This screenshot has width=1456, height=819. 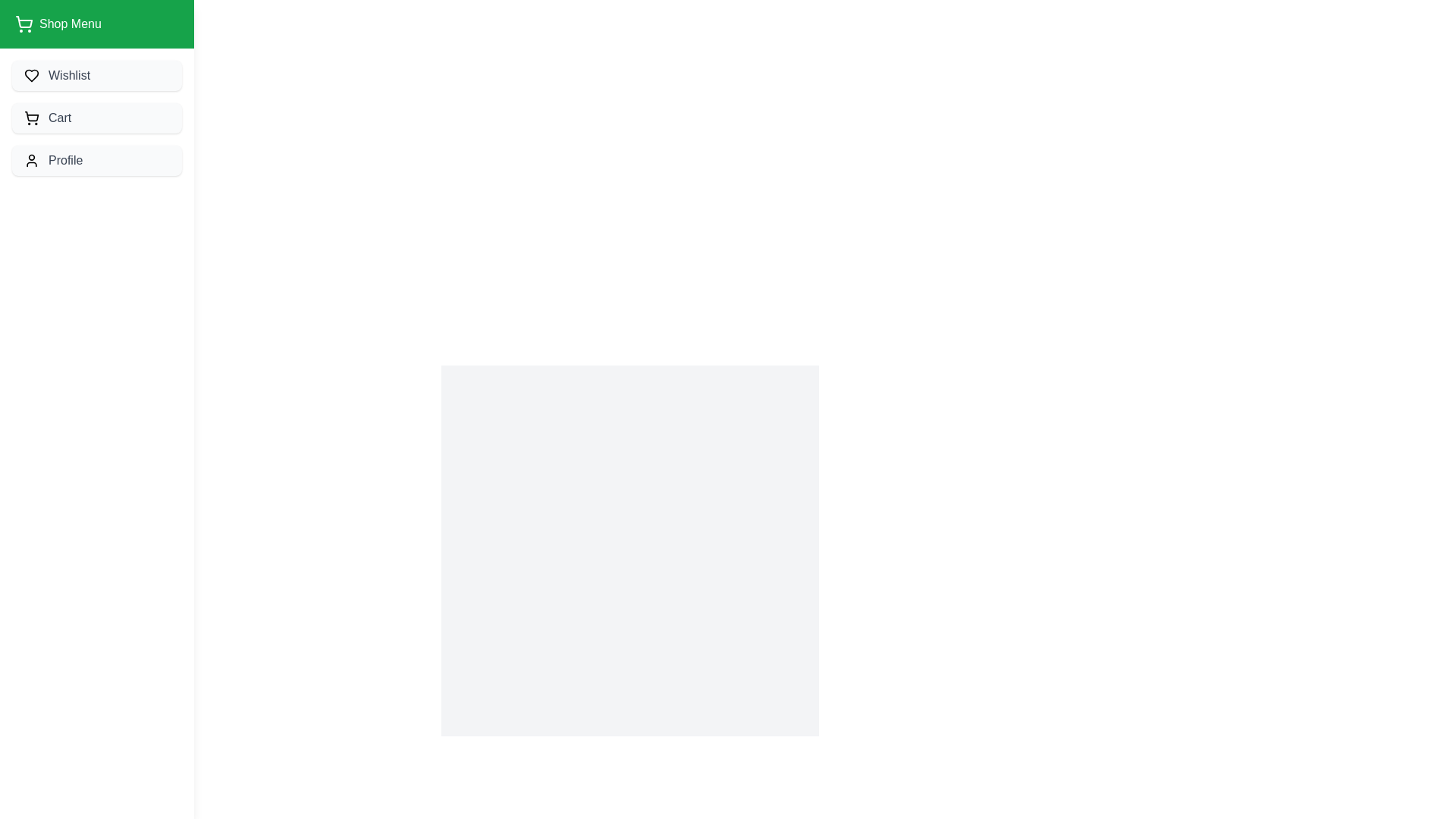 What do you see at coordinates (96, 161) in the screenshot?
I see `the navigation drawer item Profile` at bounding box center [96, 161].